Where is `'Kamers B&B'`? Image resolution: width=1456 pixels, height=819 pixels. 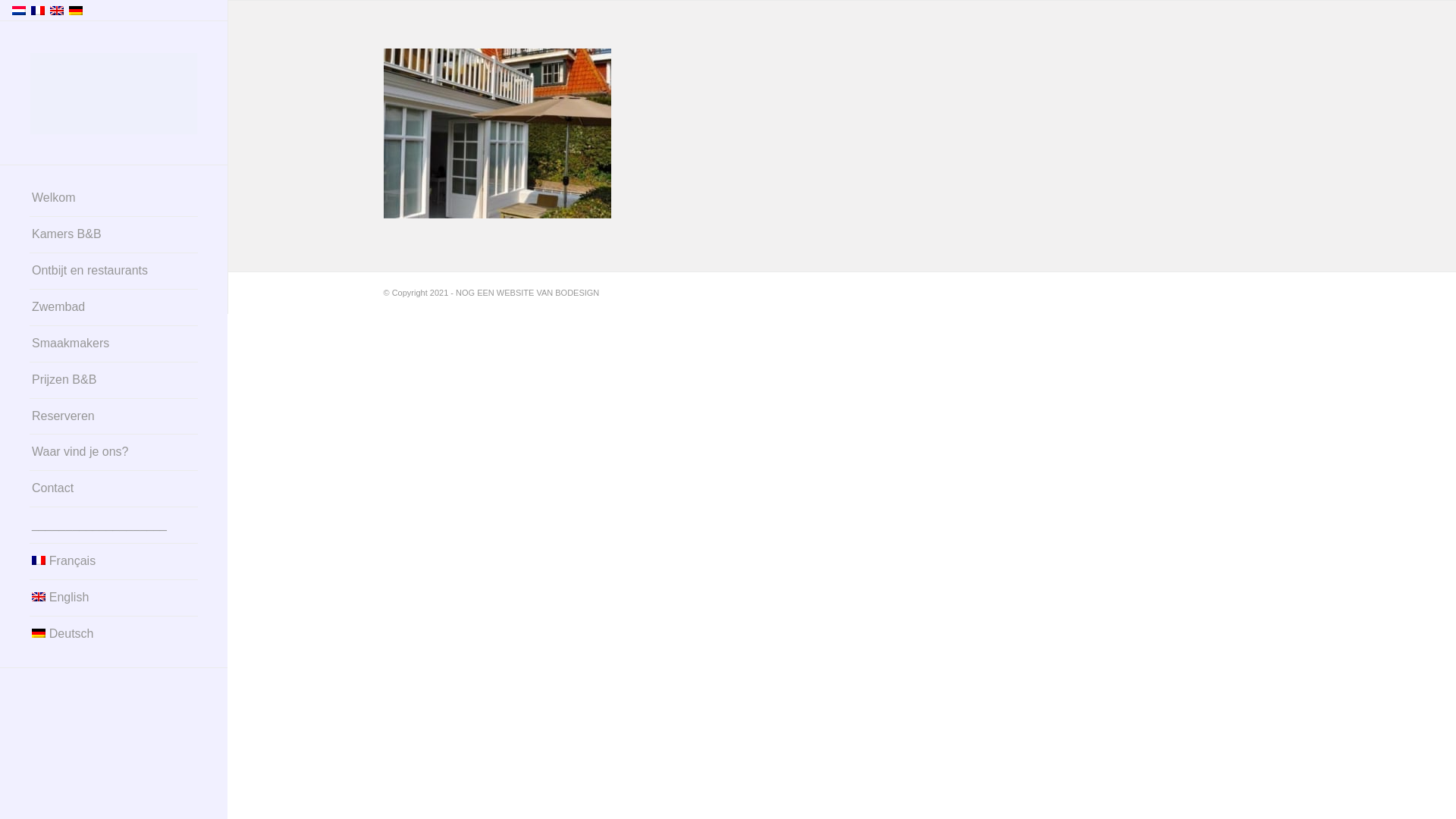
'Kamers B&B' is located at coordinates (112, 234).